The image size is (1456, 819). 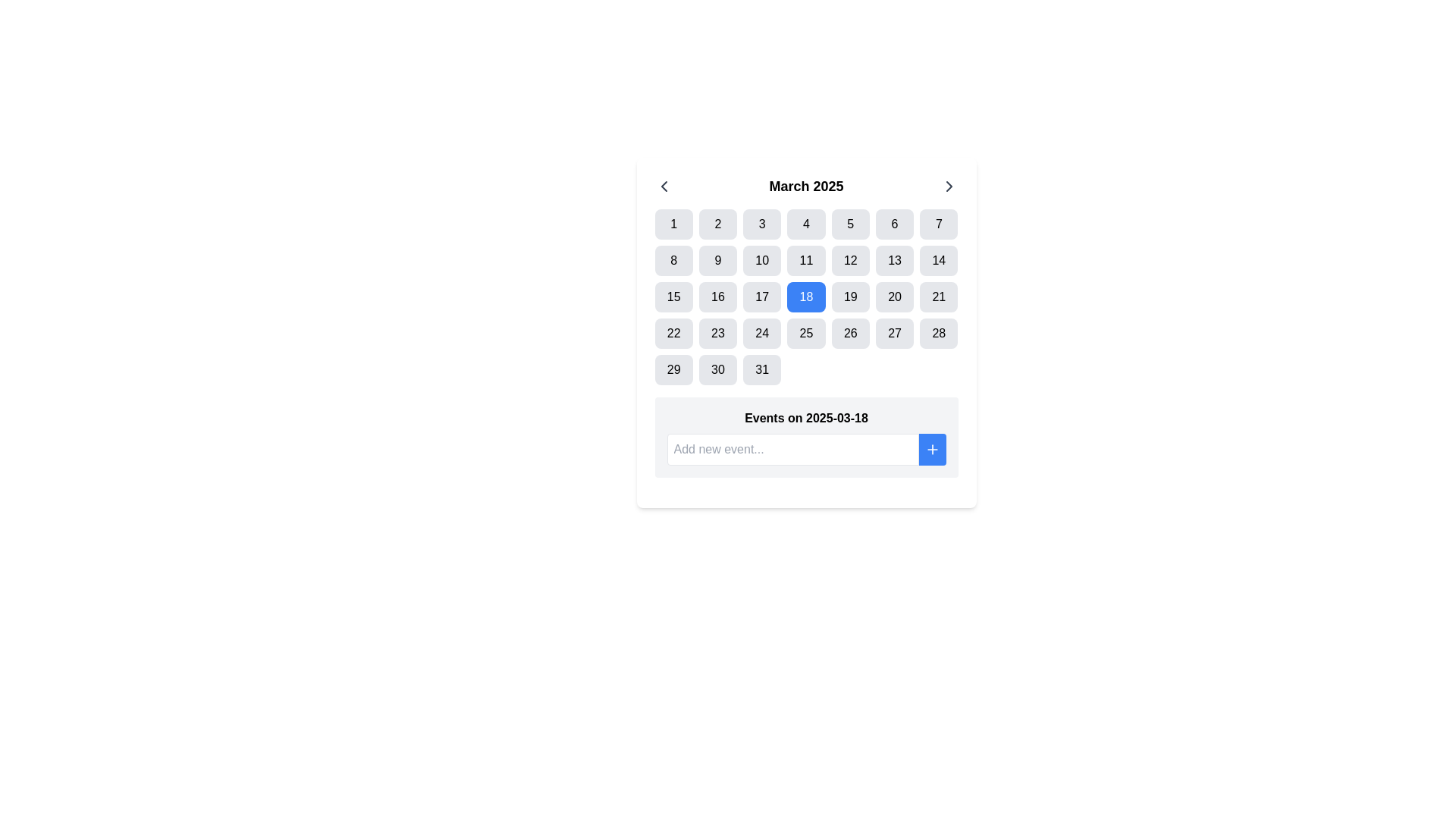 What do you see at coordinates (850, 224) in the screenshot?
I see `the fifth calendar day cell` at bounding box center [850, 224].